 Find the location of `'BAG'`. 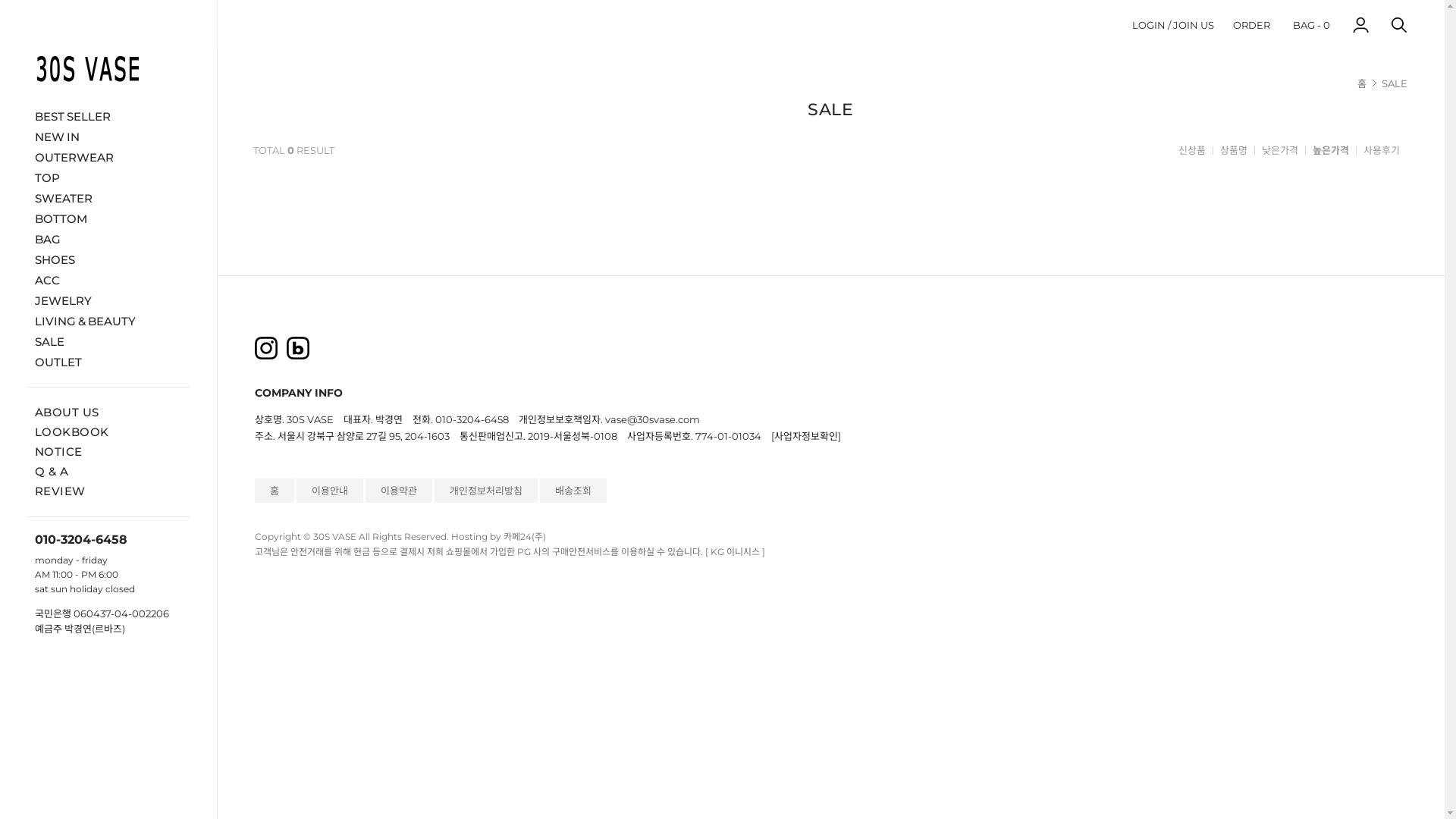

'BAG' is located at coordinates (108, 238).